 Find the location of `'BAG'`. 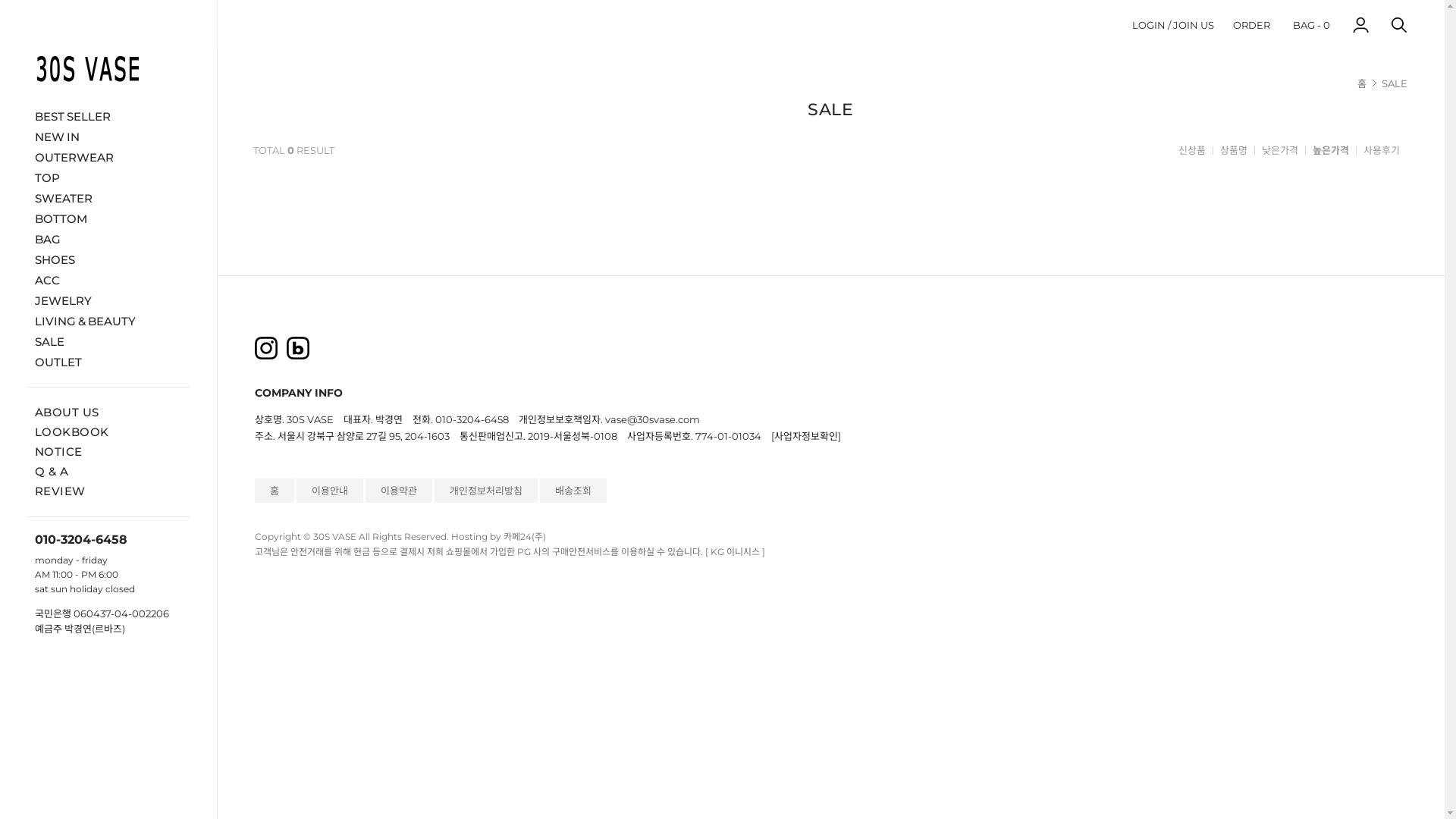

'BAG' is located at coordinates (108, 238).